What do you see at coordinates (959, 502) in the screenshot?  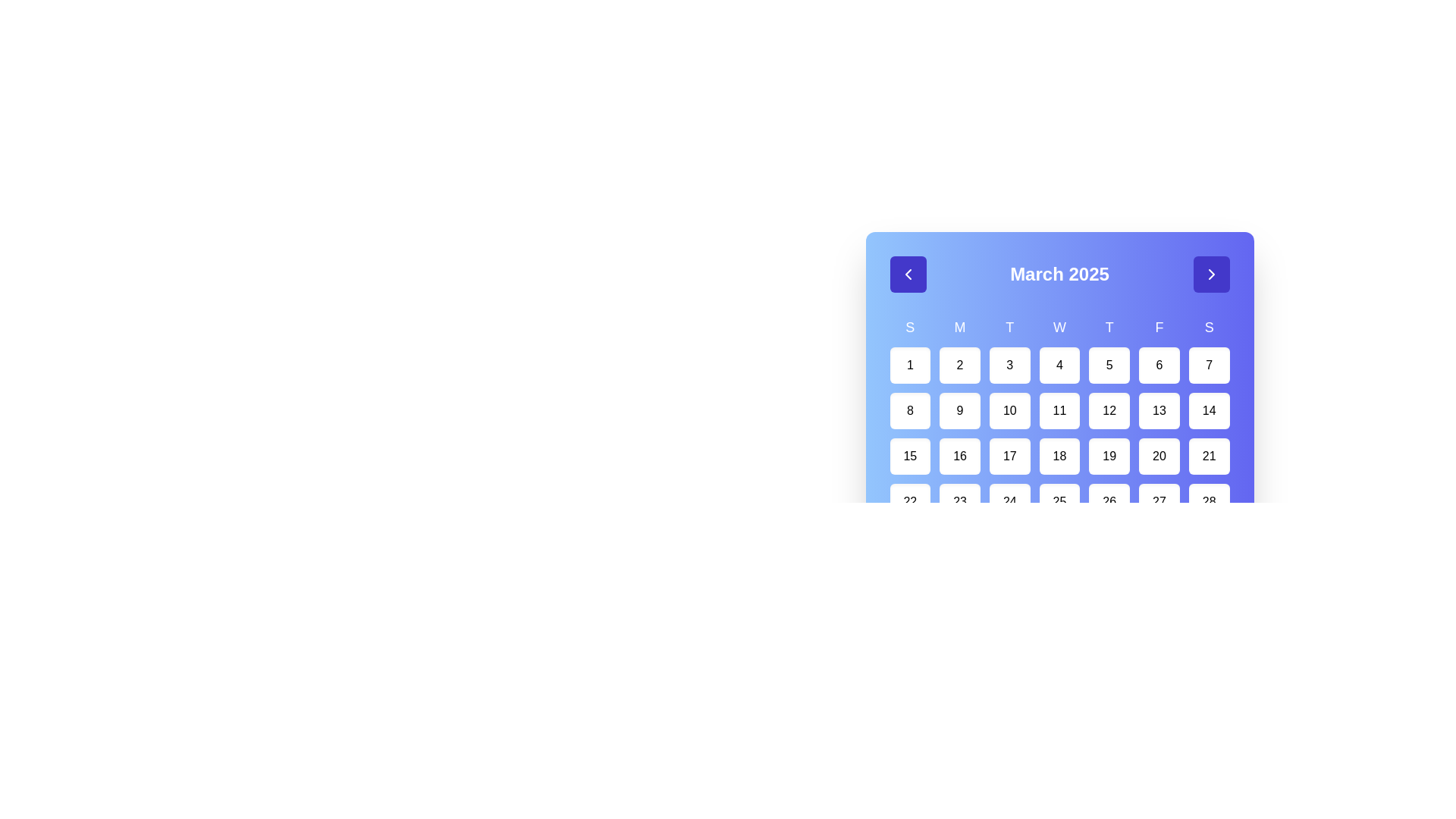 I see `the rounded, white square button displaying the number '23' in bold black text, located in the sixth row and second column of the March 2025 calendar grid` at bounding box center [959, 502].